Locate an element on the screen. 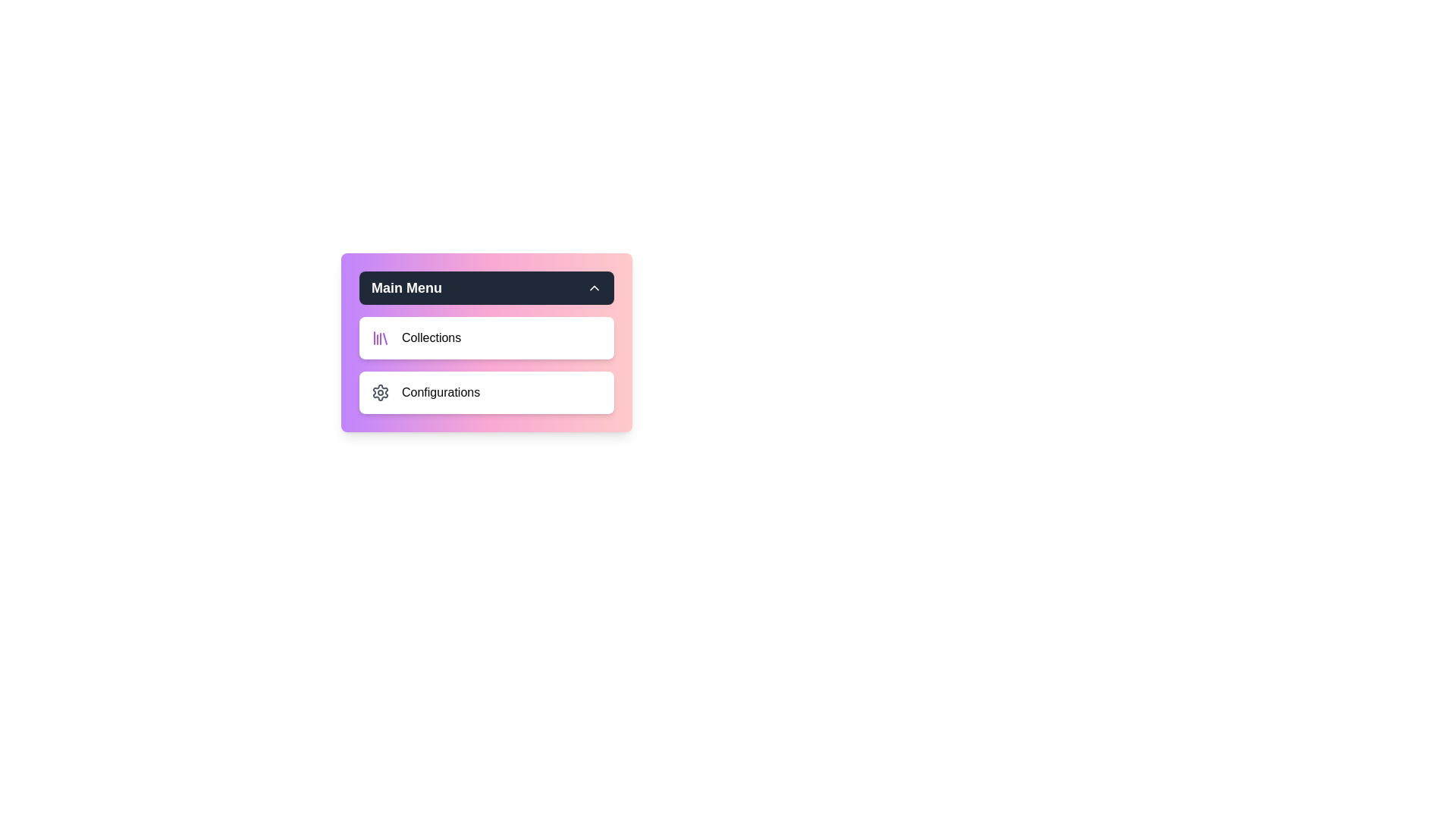 This screenshot has height=819, width=1456. the settings icon located at the bottom right inside the 'Configurations' menu option is located at coordinates (381, 391).